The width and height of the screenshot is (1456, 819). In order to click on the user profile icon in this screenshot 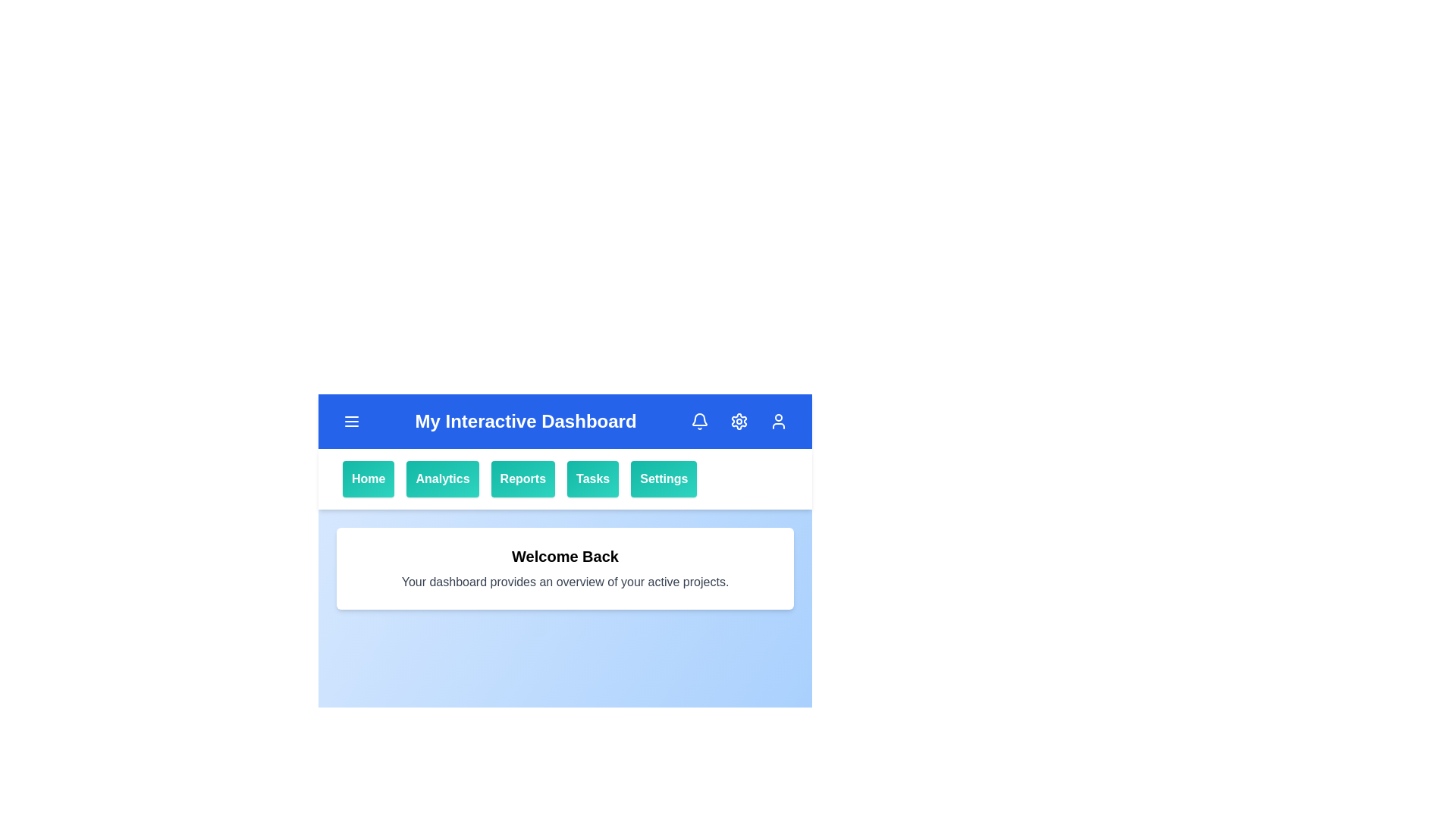, I will do `click(779, 421)`.